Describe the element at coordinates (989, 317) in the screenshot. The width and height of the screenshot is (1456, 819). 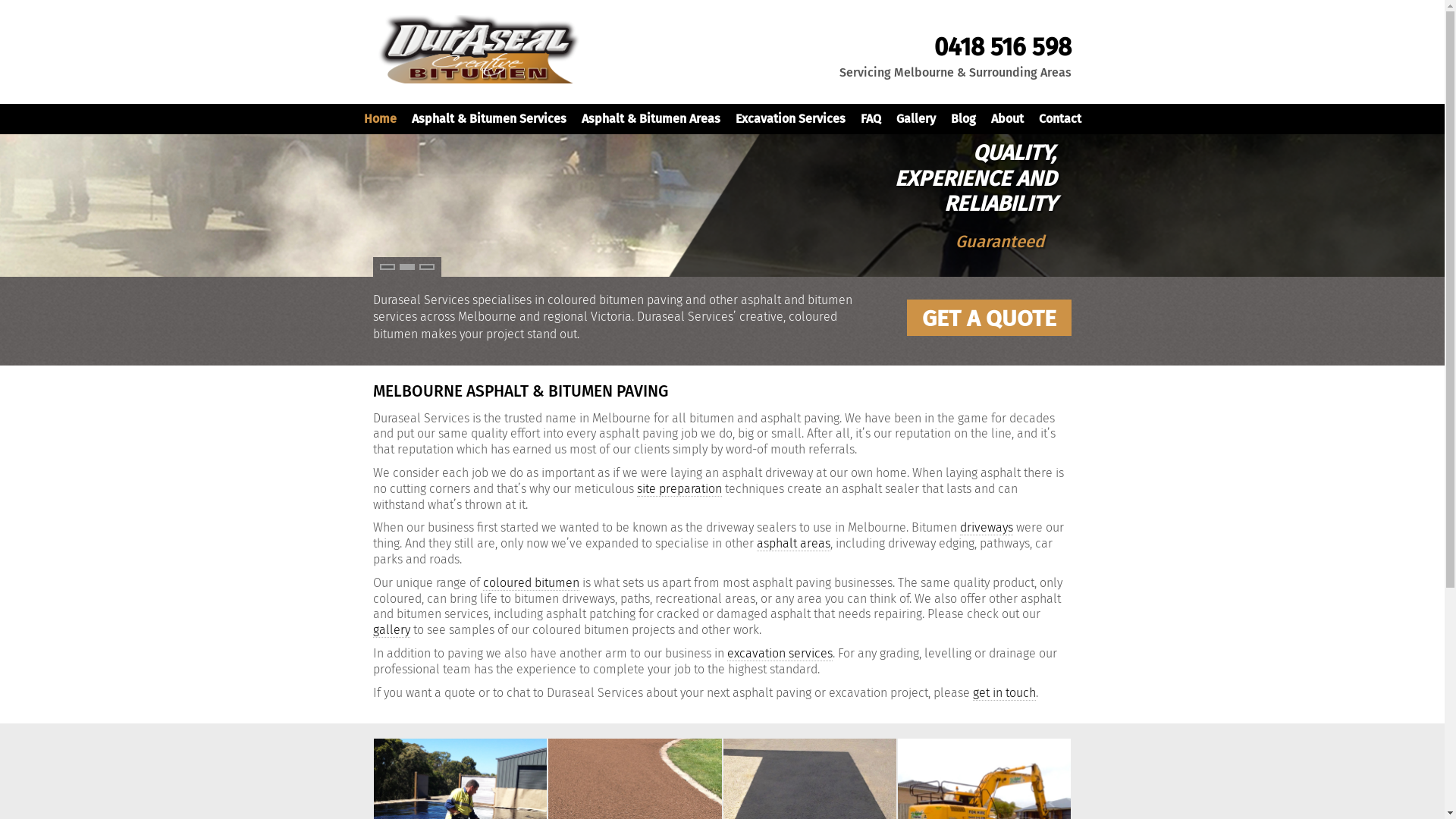
I see `'GET A QUOTE'` at that location.